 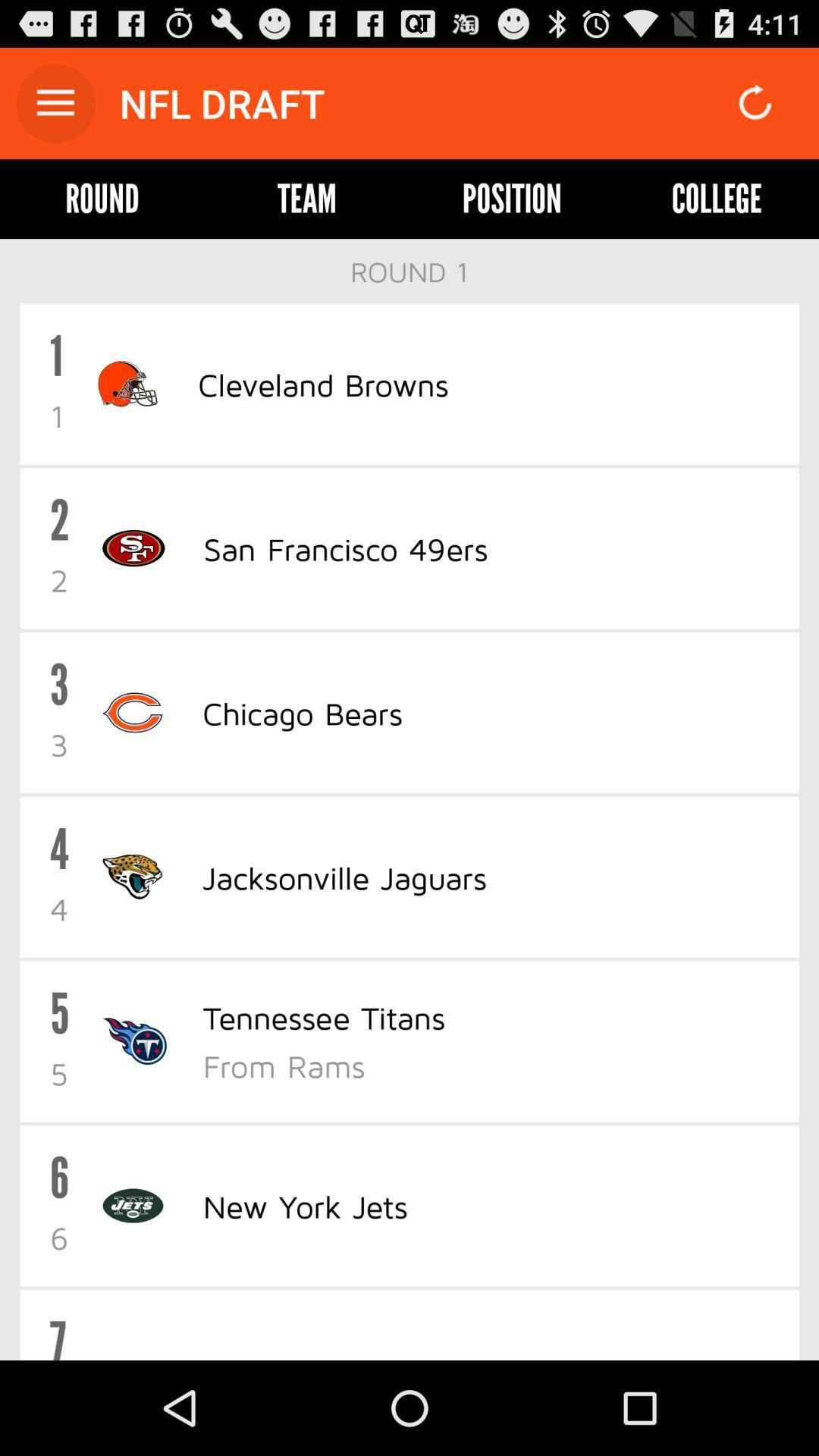 What do you see at coordinates (491, 1065) in the screenshot?
I see `the icon above the new york jets` at bounding box center [491, 1065].